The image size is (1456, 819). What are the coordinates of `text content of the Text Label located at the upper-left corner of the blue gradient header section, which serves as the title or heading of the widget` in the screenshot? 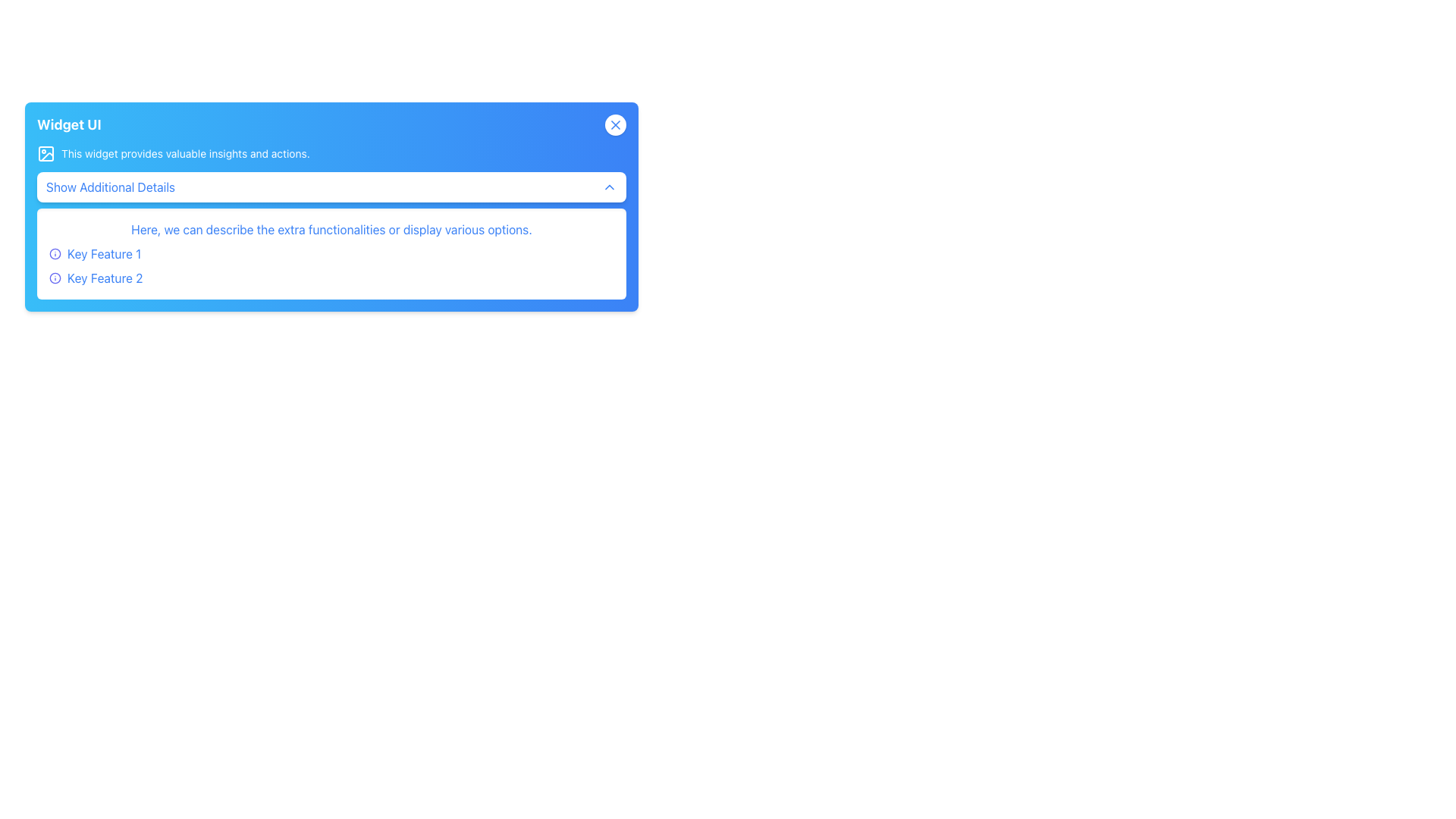 It's located at (68, 124).